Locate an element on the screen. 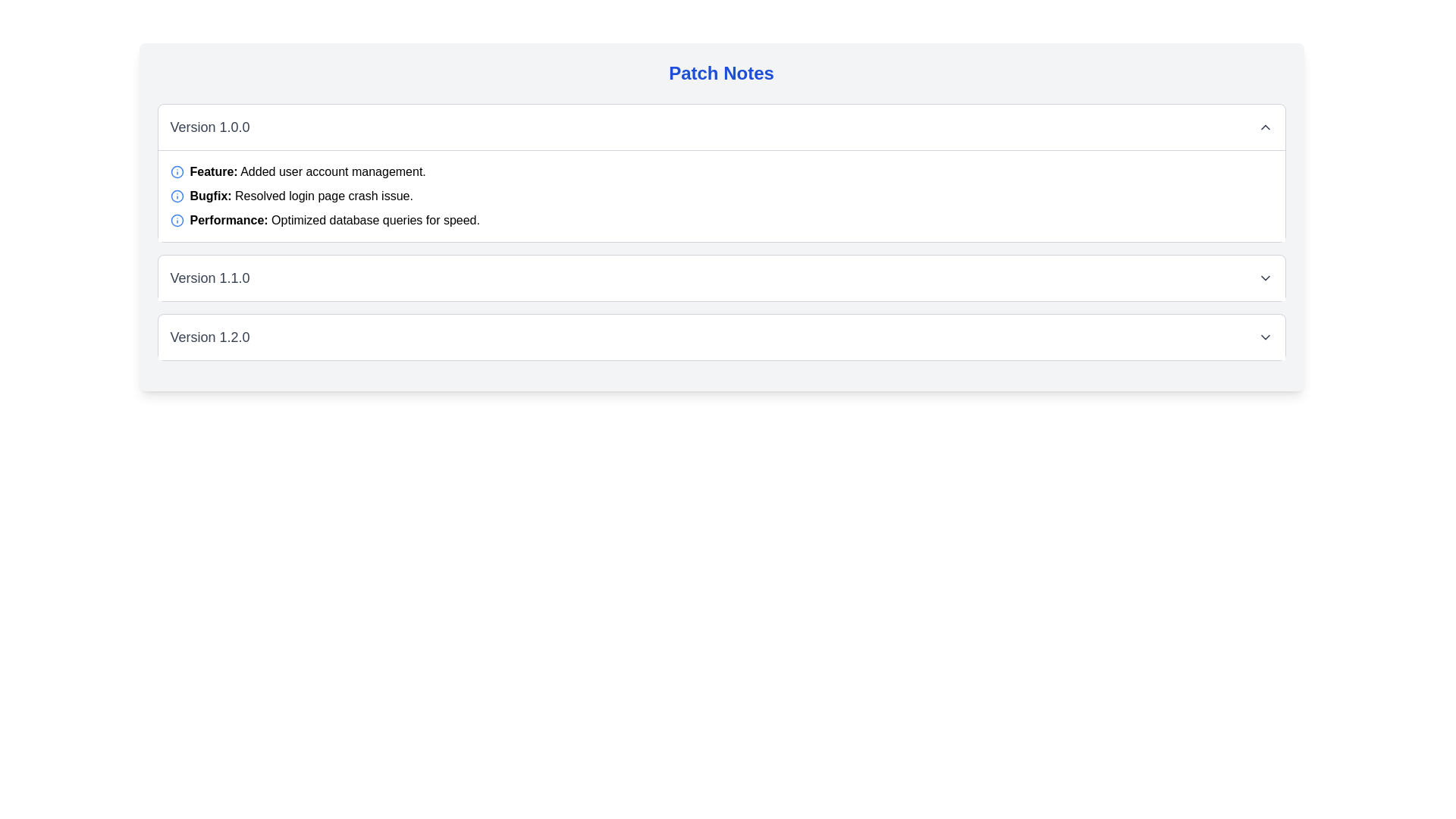  the interactive list item labeled 'Version 1.1.0' is located at coordinates (720, 278).